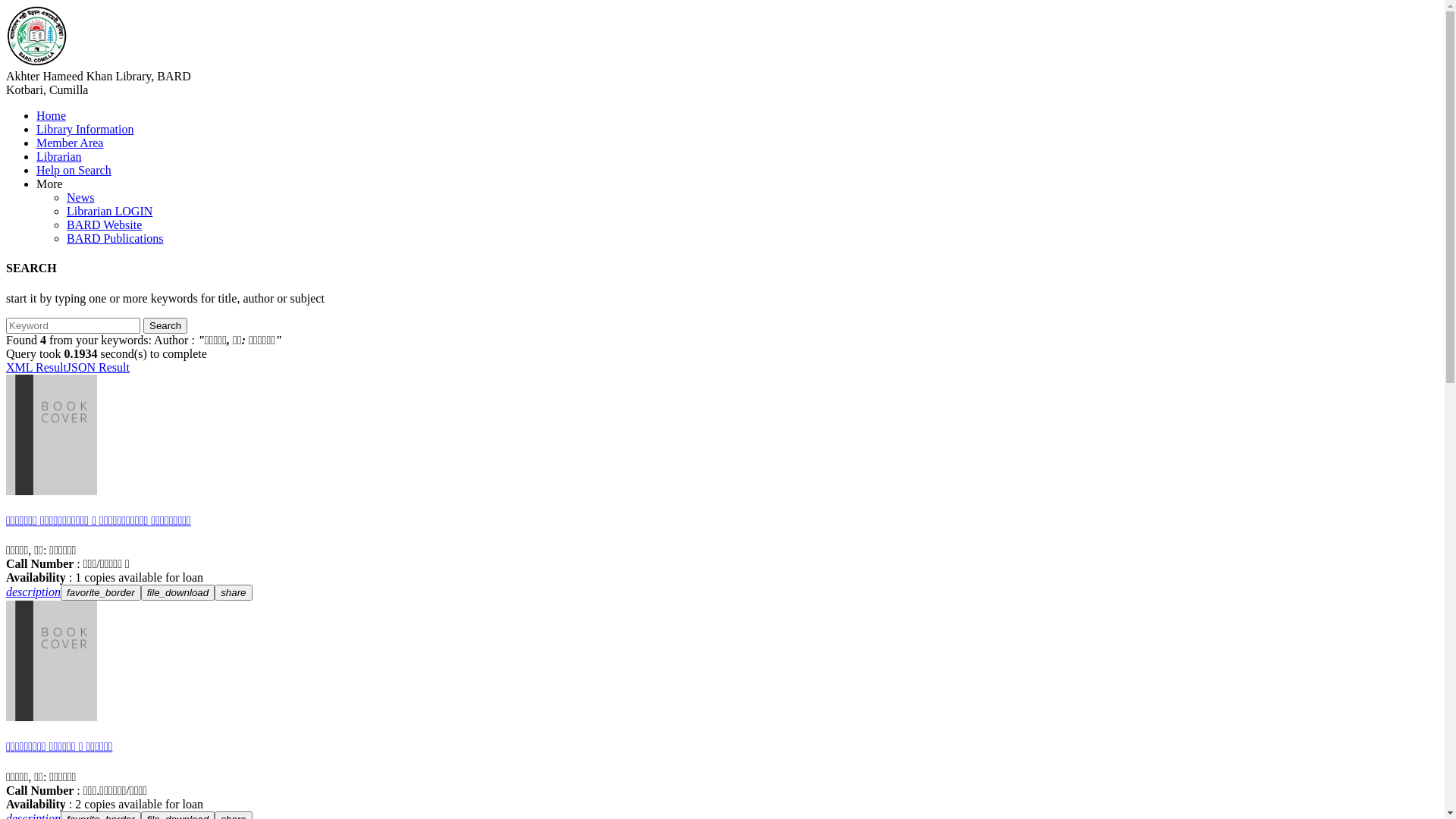 The height and width of the screenshot is (819, 1456). Describe the element at coordinates (79, 196) in the screenshot. I see `'News'` at that location.